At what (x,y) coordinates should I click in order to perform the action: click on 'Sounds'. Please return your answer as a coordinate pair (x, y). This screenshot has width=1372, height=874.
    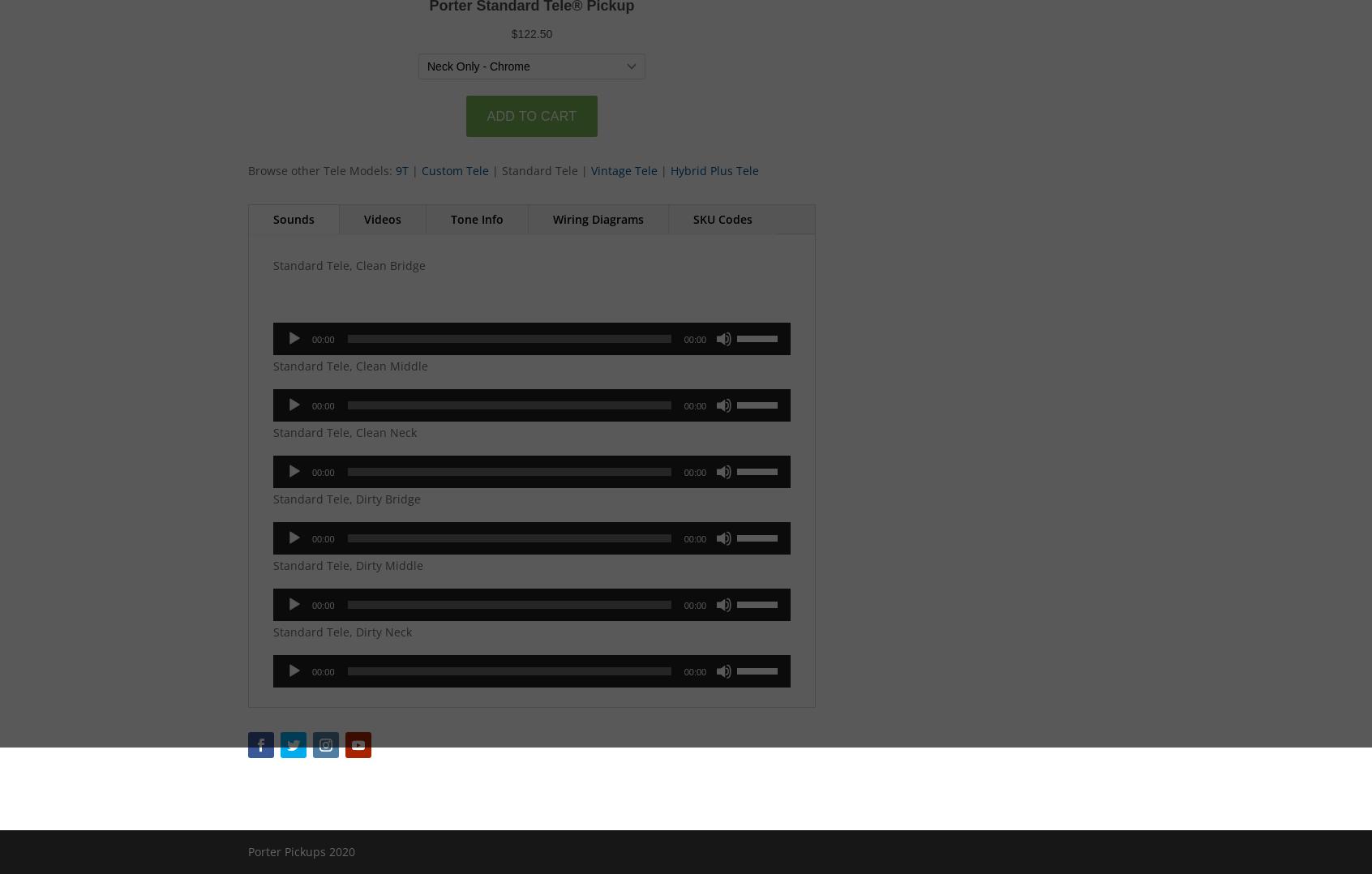
    Looking at the image, I should click on (272, 219).